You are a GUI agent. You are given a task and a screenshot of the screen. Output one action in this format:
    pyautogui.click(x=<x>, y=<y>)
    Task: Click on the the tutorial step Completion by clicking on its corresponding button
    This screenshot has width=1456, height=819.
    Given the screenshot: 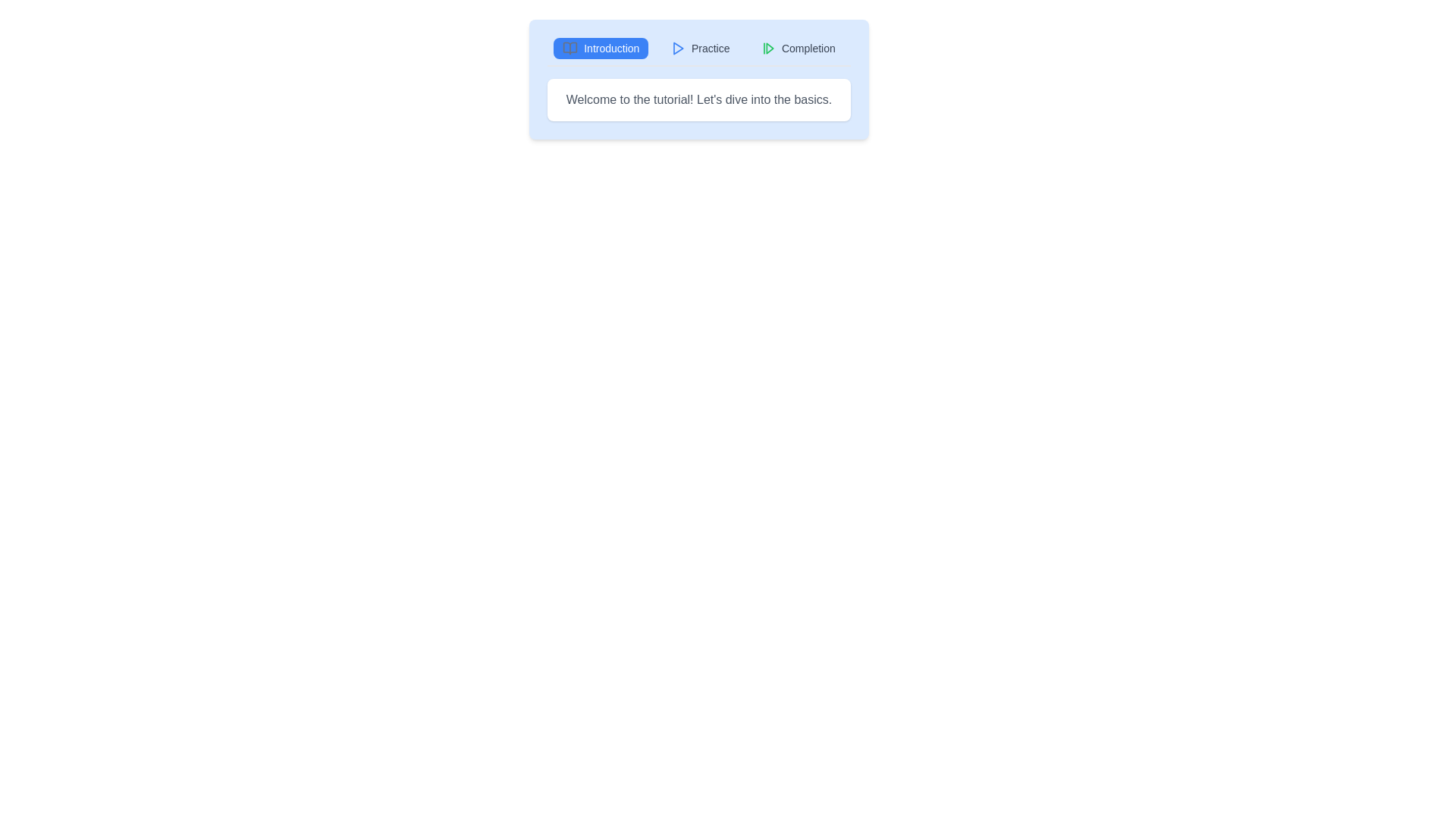 What is the action you would take?
    pyautogui.click(x=797, y=48)
    